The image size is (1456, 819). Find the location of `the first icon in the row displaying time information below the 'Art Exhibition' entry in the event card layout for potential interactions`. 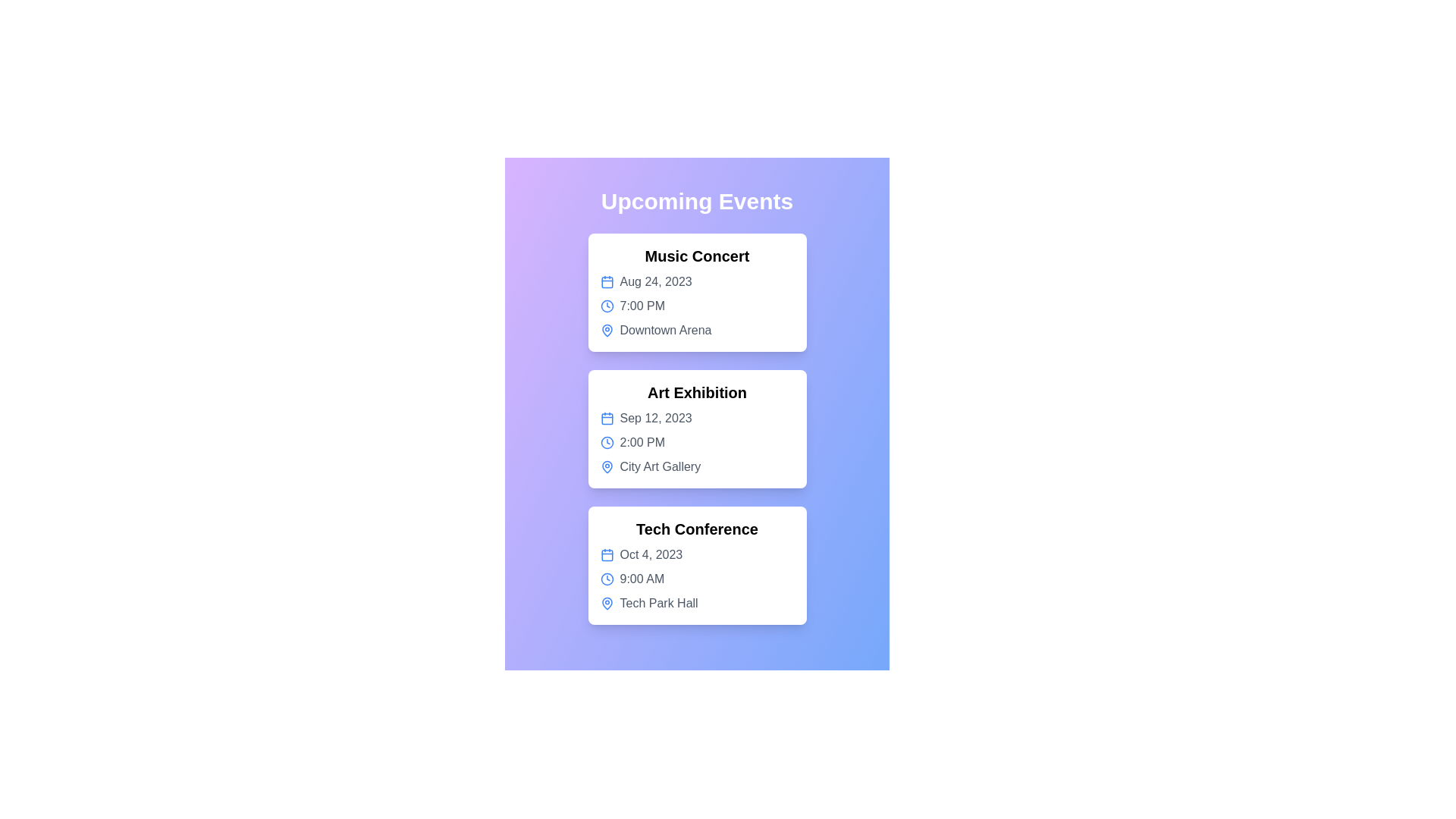

the first icon in the row displaying time information below the 'Art Exhibition' entry in the event card layout for potential interactions is located at coordinates (607, 442).